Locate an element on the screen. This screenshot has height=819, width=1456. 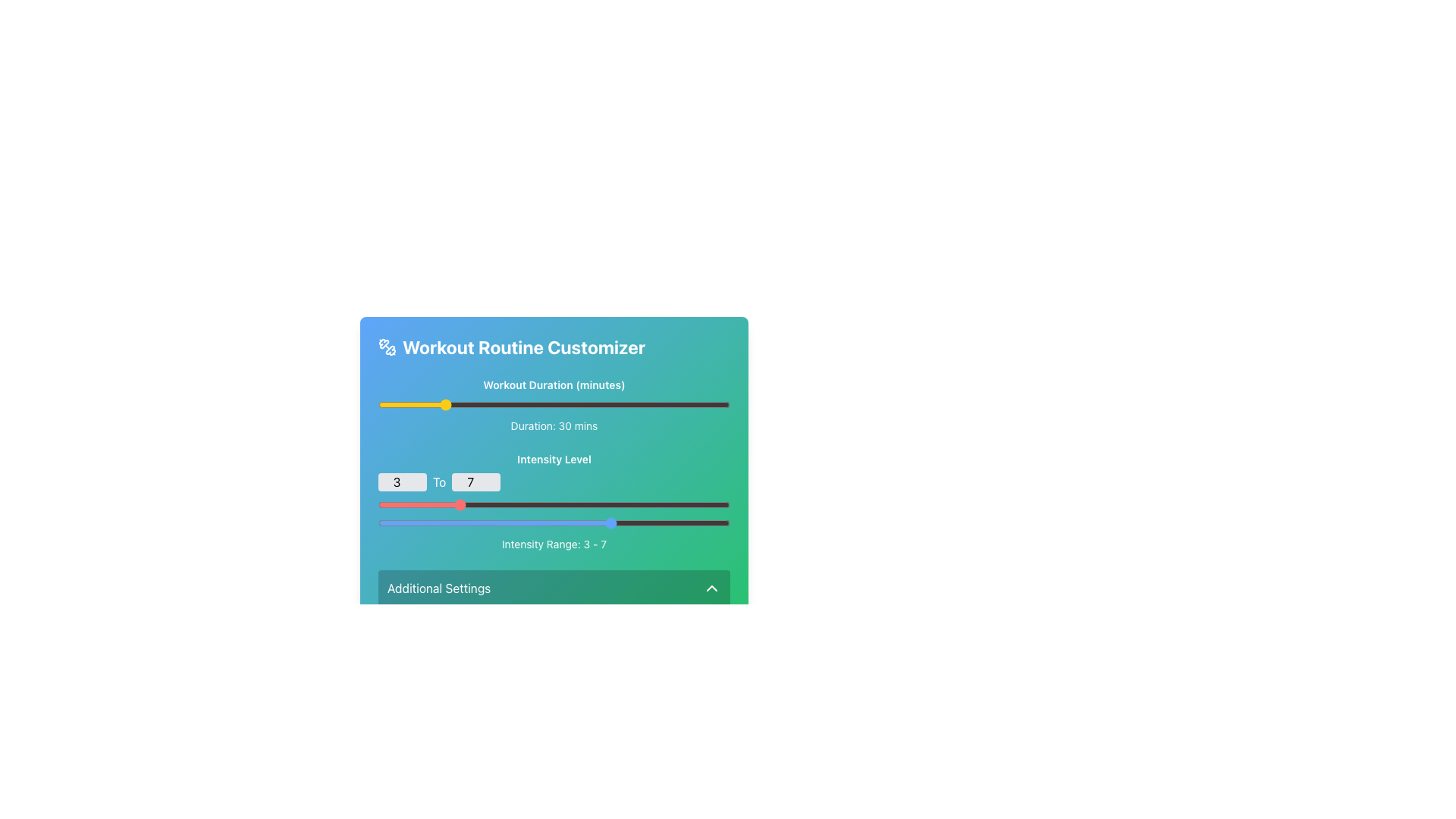
the thumb of the horizontal slider with a red track, which is positioned at approximately one-third of the track from the left, under the 'Intensity Level' label is located at coordinates (553, 505).